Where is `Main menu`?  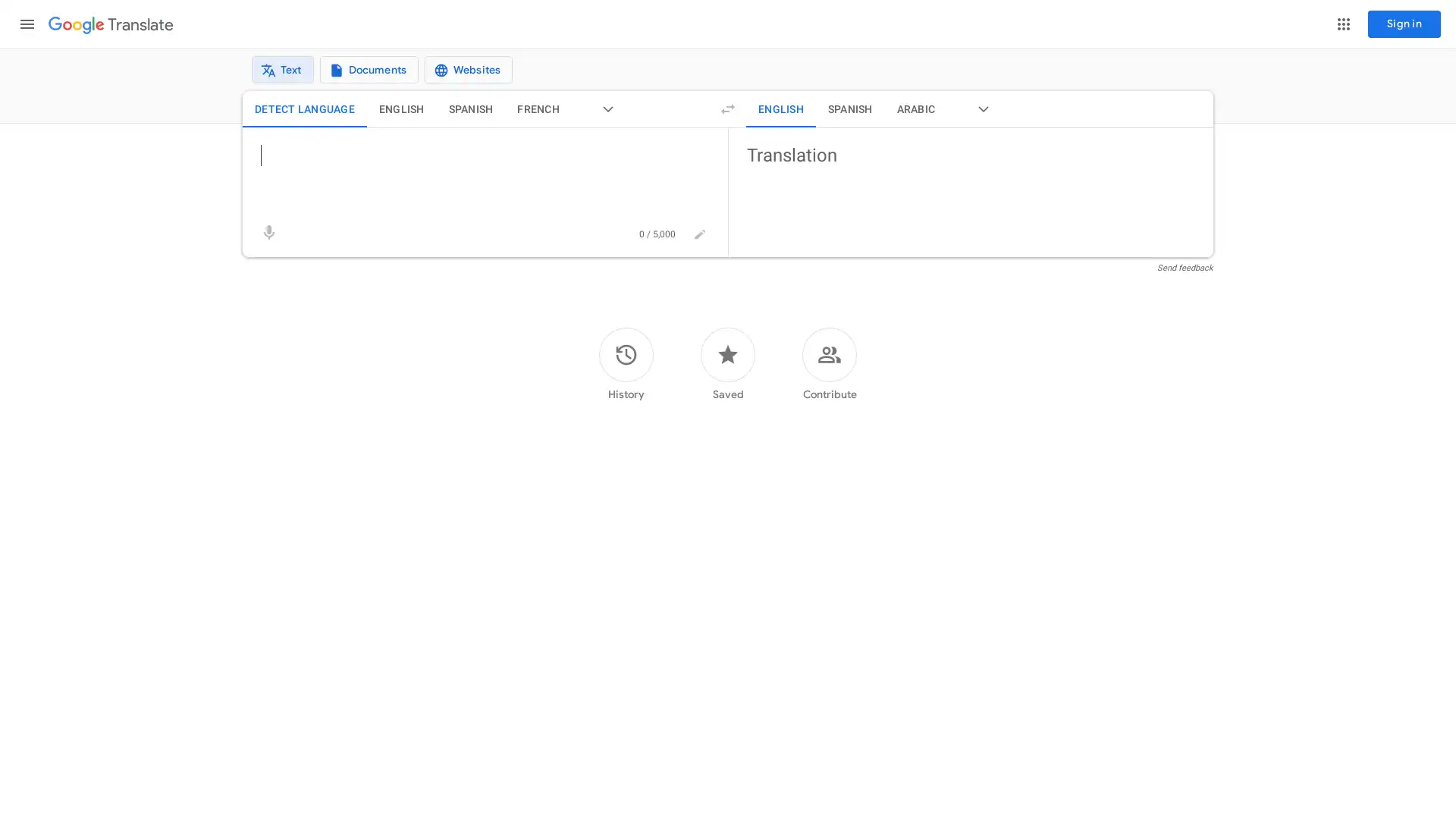
Main menu is located at coordinates (27, 24).